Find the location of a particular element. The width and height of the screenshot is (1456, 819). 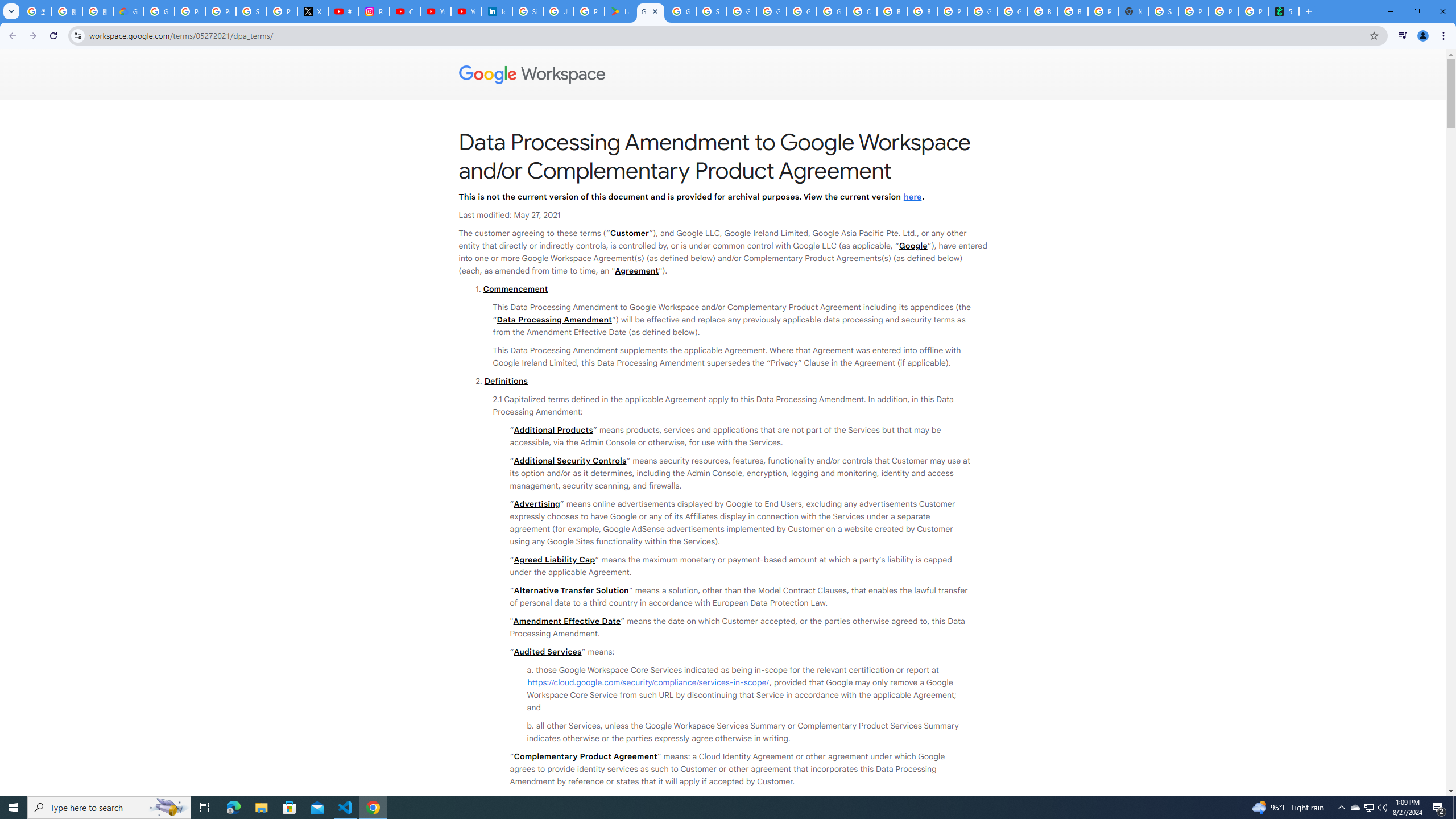

'Privacy Help Center - Policies Help' is located at coordinates (221, 11).